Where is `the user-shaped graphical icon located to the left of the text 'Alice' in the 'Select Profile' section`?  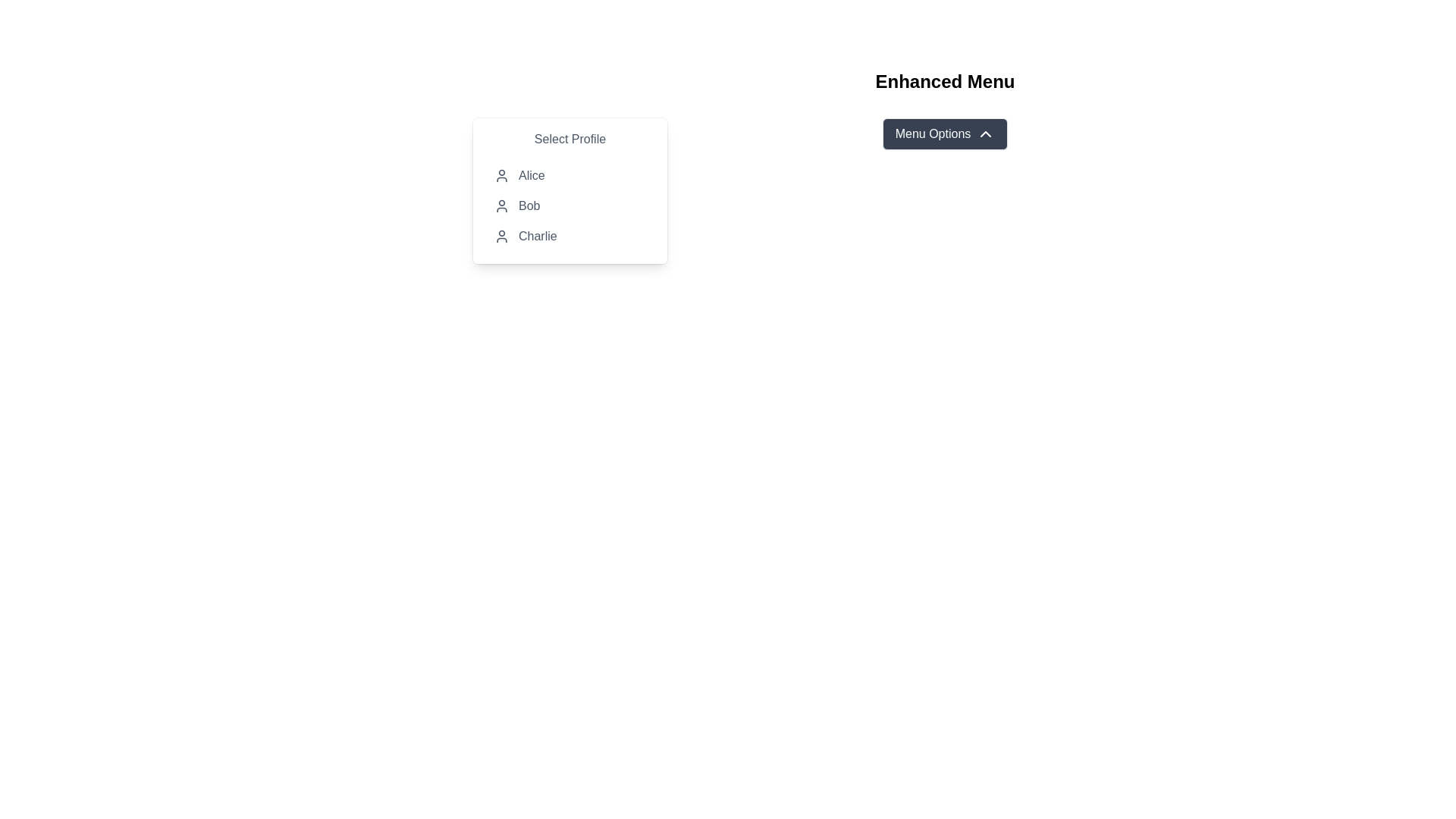 the user-shaped graphical icon located to the left of the text 'Alice' in the 'Select Profile' section is located at coordinates (502, 174).